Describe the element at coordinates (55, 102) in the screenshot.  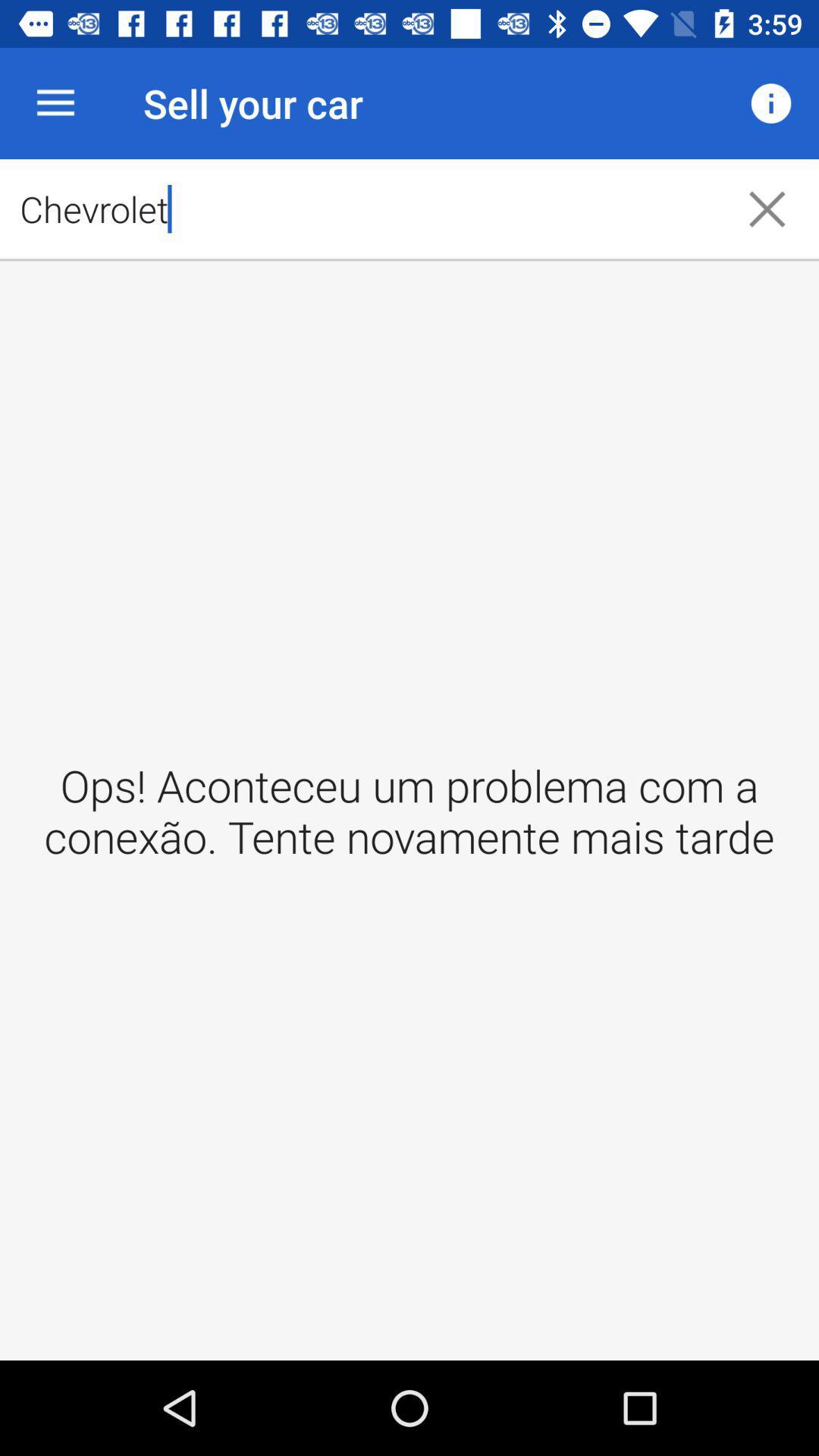
I see `the icon to the left of sell your car item` at that location.